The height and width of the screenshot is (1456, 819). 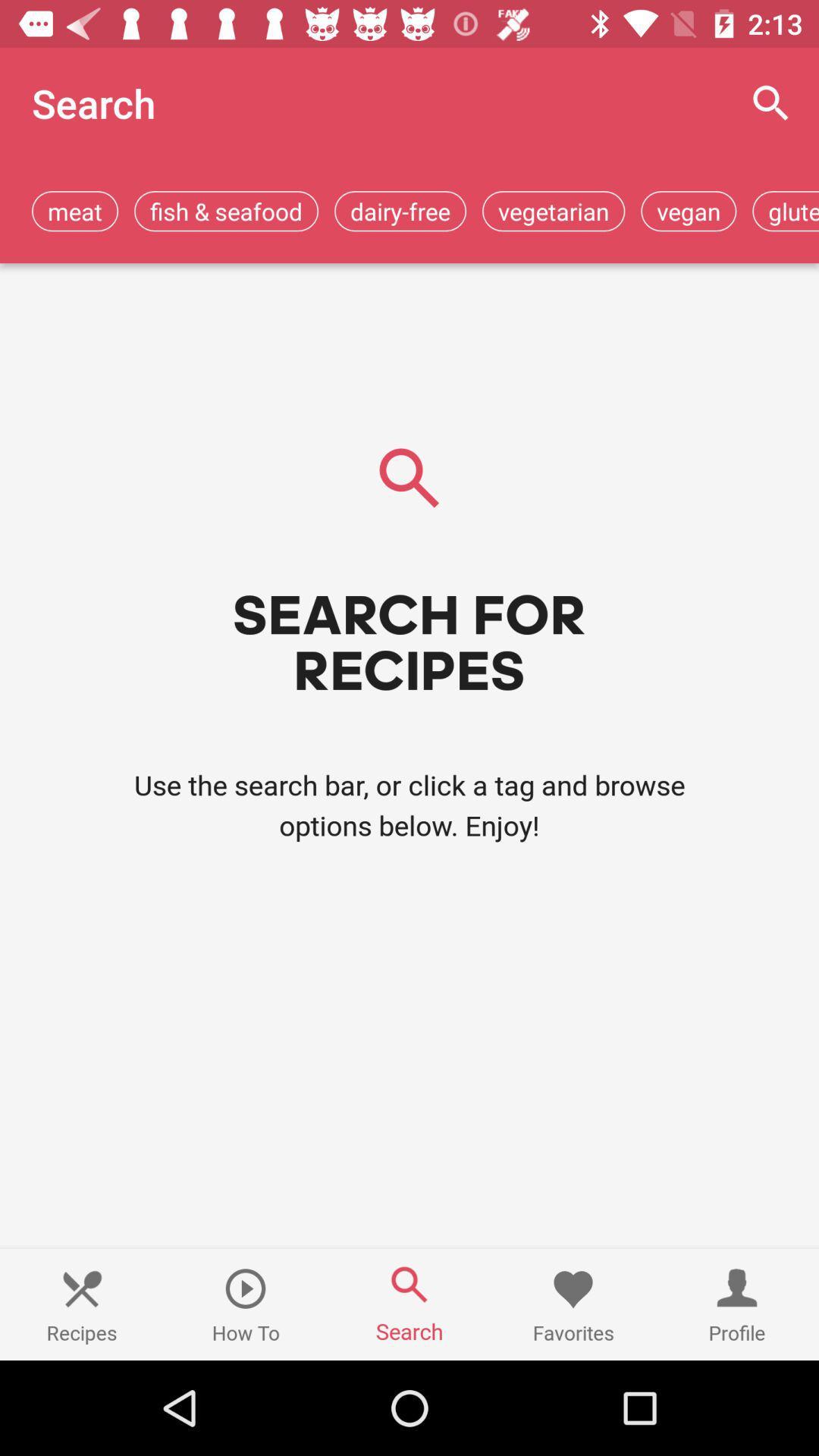 What do you see at coordinates (689, 210) in the screenshot?
I see `item above search for recipes icon` at bounding box center [689, 210].